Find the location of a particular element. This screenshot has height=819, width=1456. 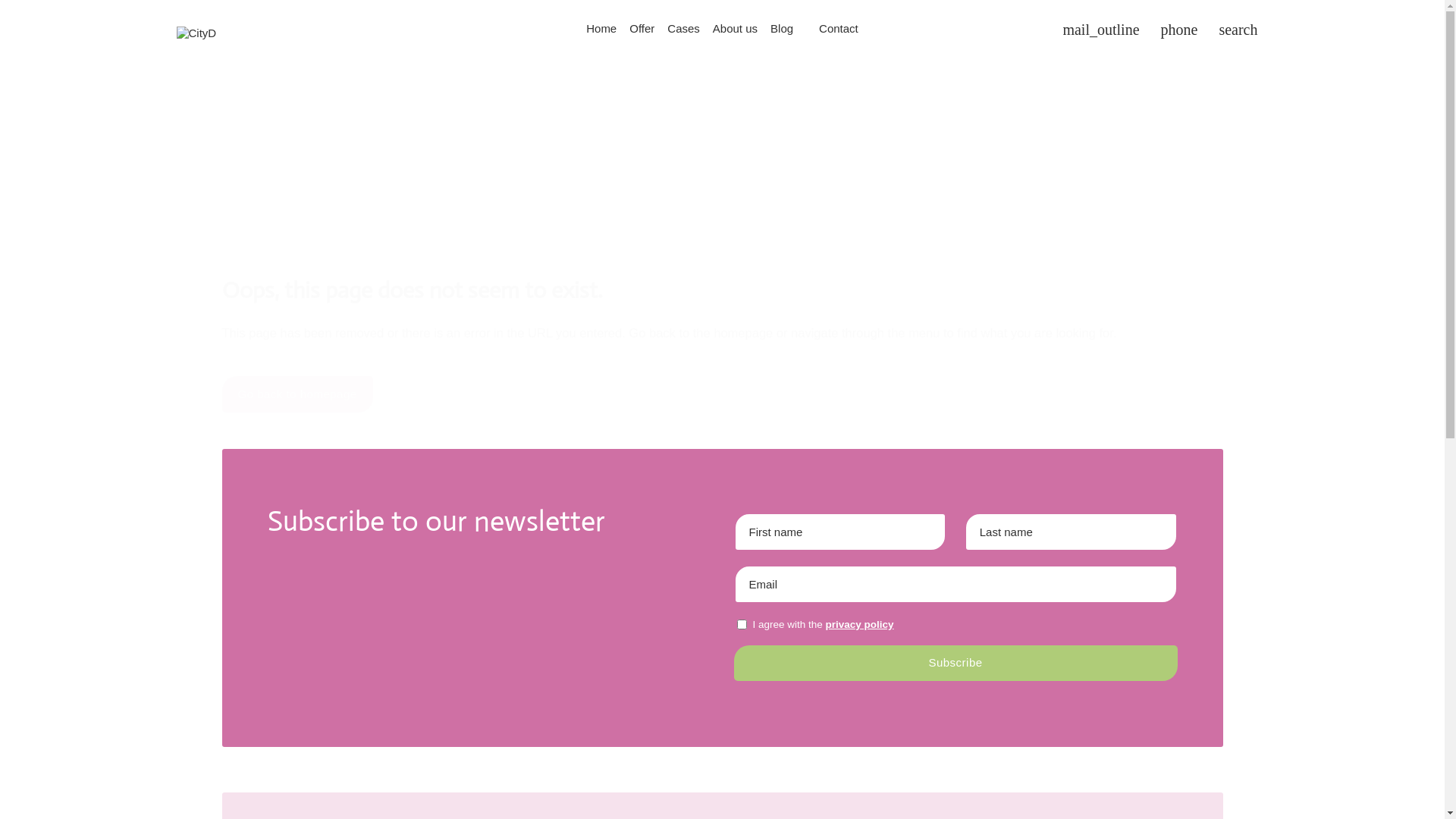

'phone' is located at coordinates (1178, 29).